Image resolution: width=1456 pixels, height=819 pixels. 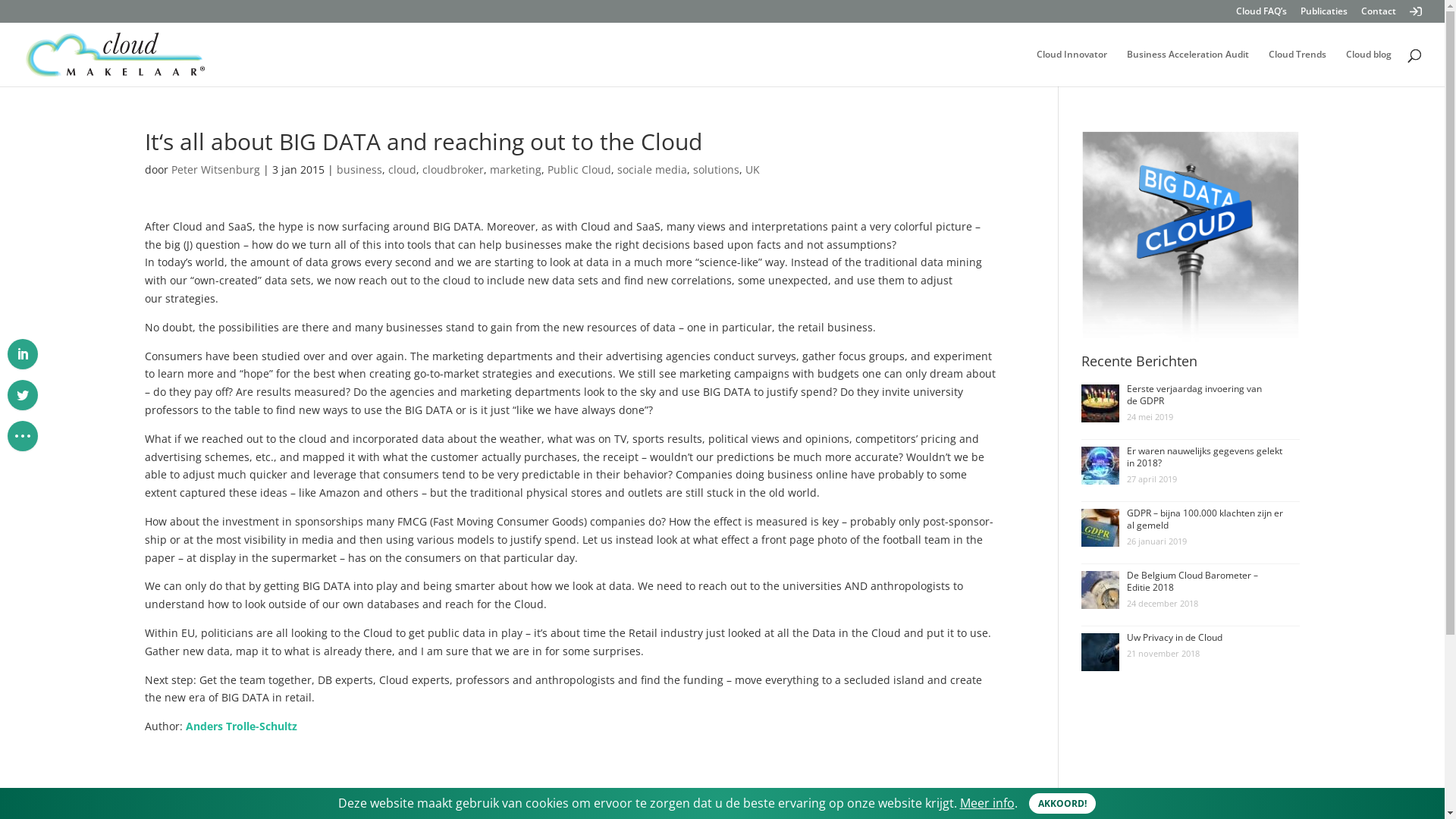 What do you see at coordinates (215, 169) in the screenshot?
I see `'Peter Witsenburg'` at bounding box center [215, 169].